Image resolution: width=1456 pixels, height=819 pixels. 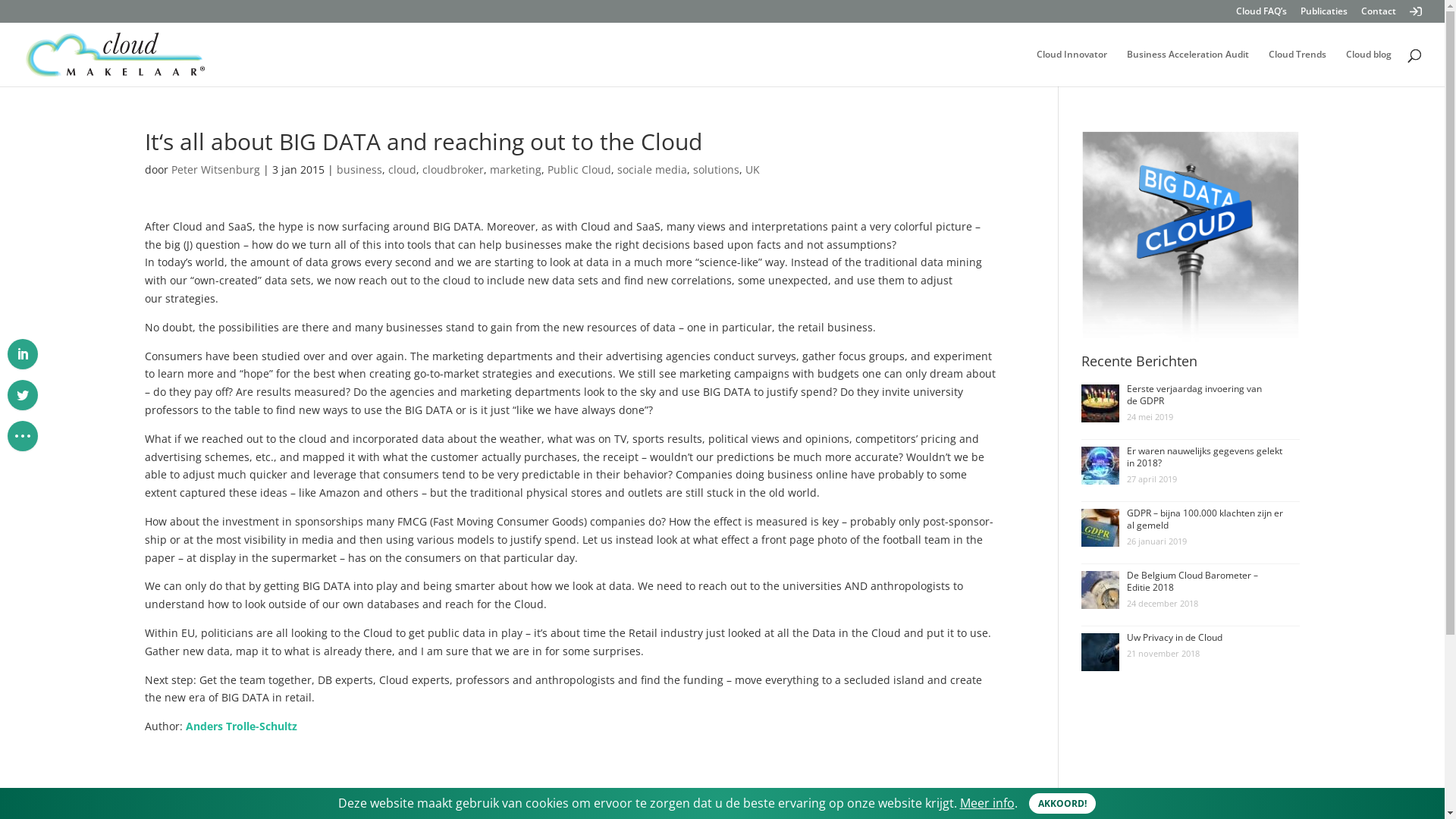 What do you see at coordinates (215, 169) in the screenshot?
I see `'Peter Witsenburg'` at bounding box center [215, 169].